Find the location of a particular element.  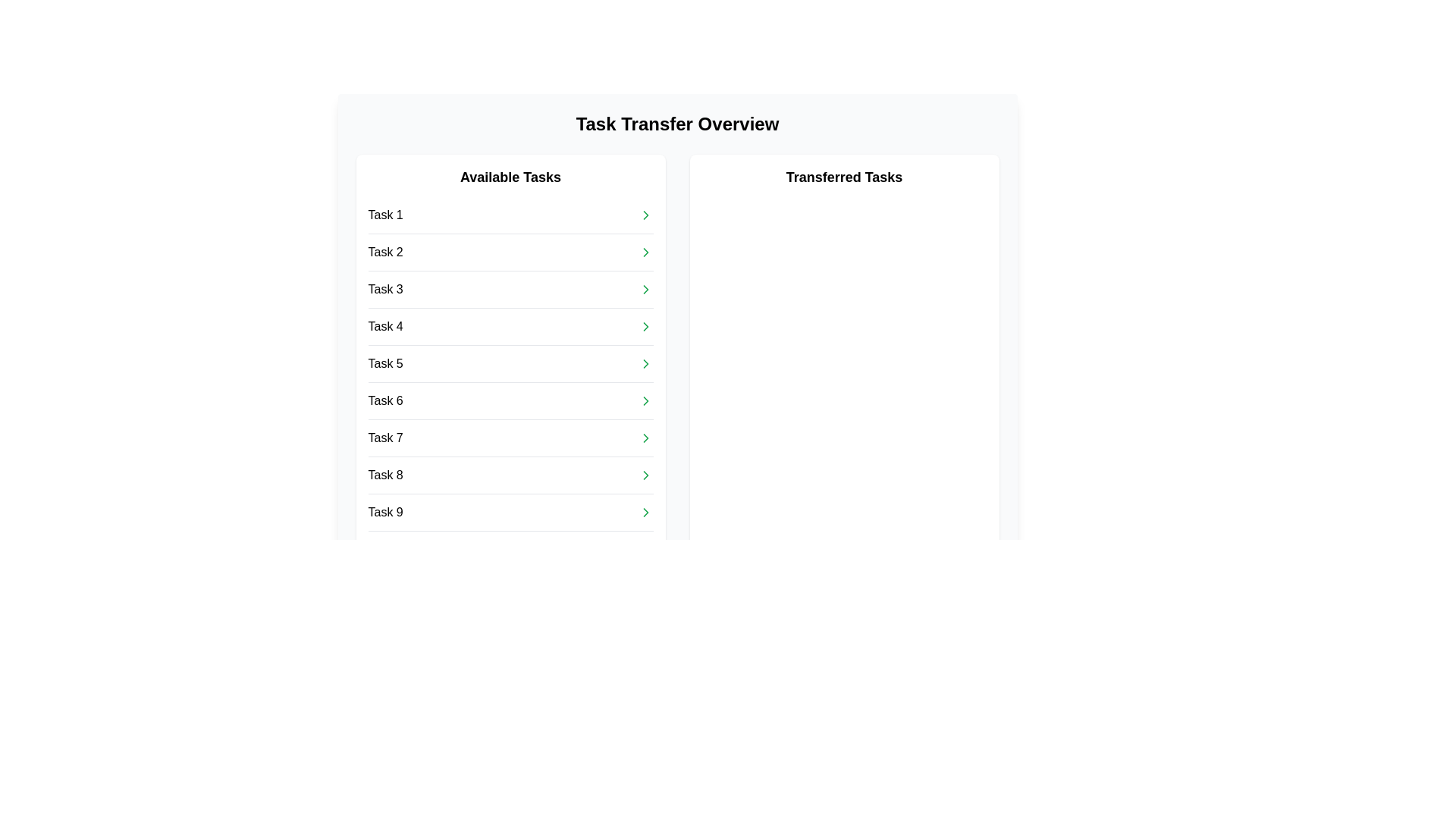

the chevron-right icon located in the 'Task 7' row under the 'Available Tasks' section, which indicates further actions related to this task is located at coordinates (645, 438).